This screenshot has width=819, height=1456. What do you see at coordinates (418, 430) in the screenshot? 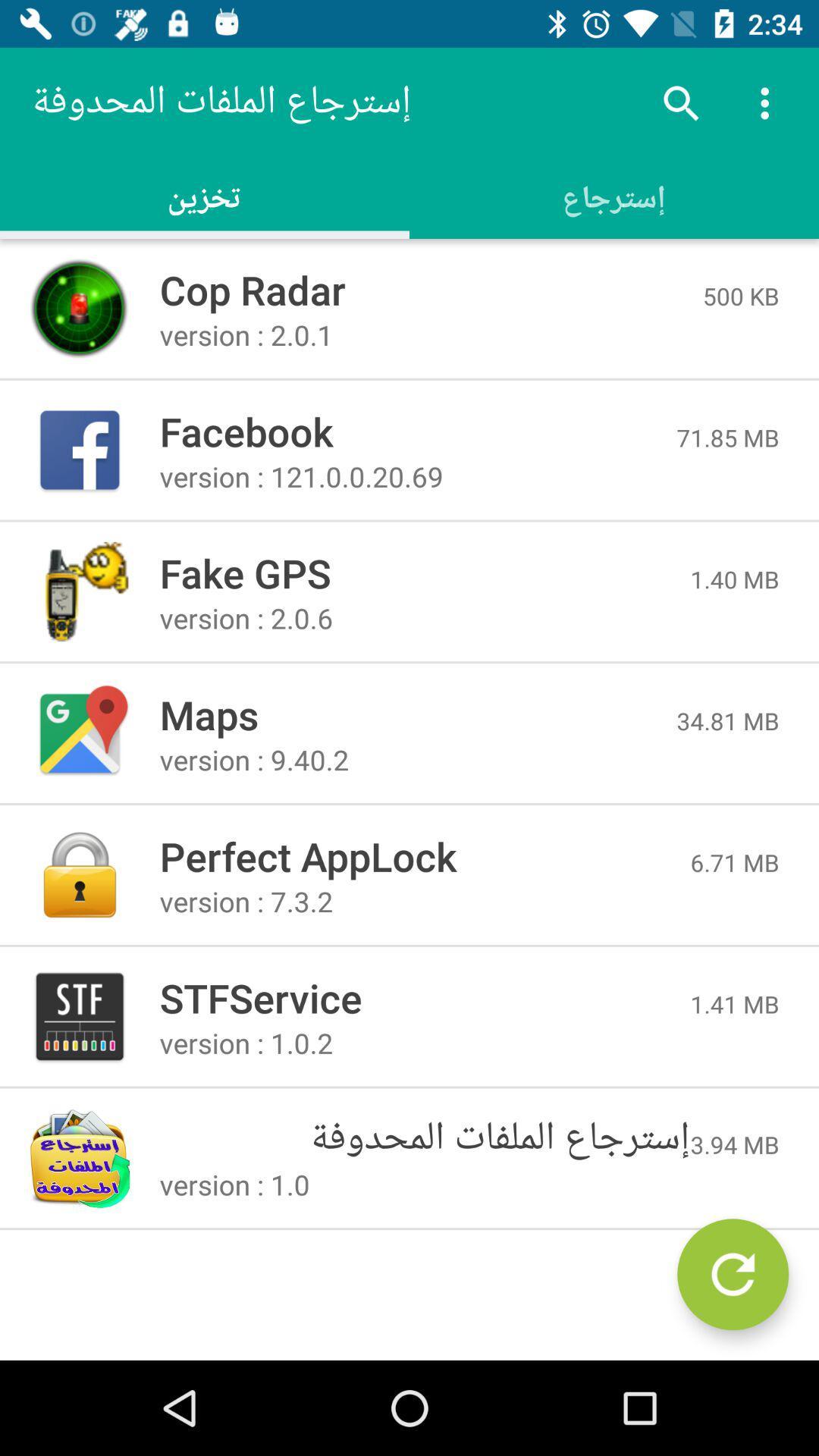
I see `the item above version 121 0 item` at bounding box center [418, 430].